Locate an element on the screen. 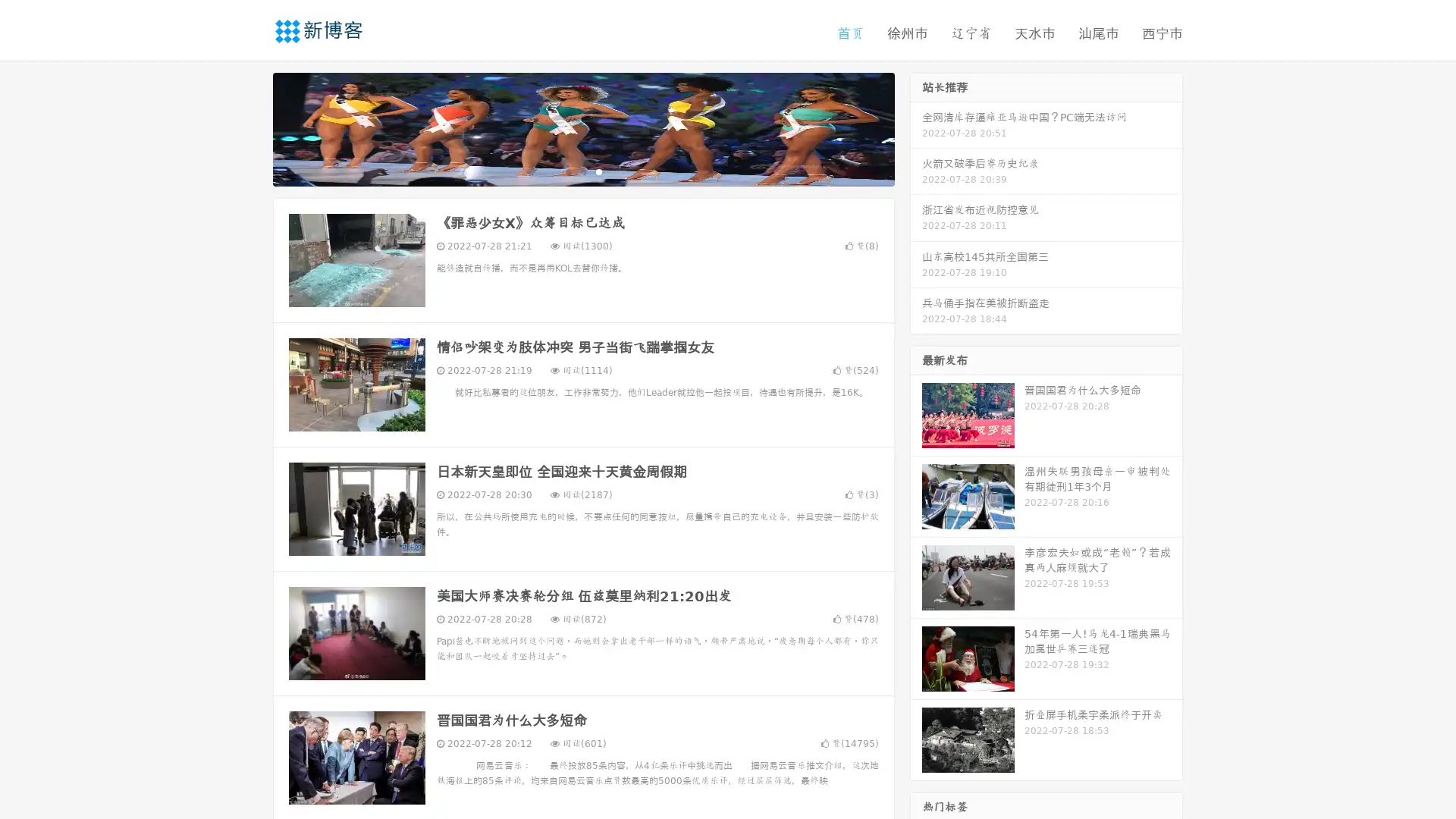  Go to slide 1 is located at coordinates (567, 171).